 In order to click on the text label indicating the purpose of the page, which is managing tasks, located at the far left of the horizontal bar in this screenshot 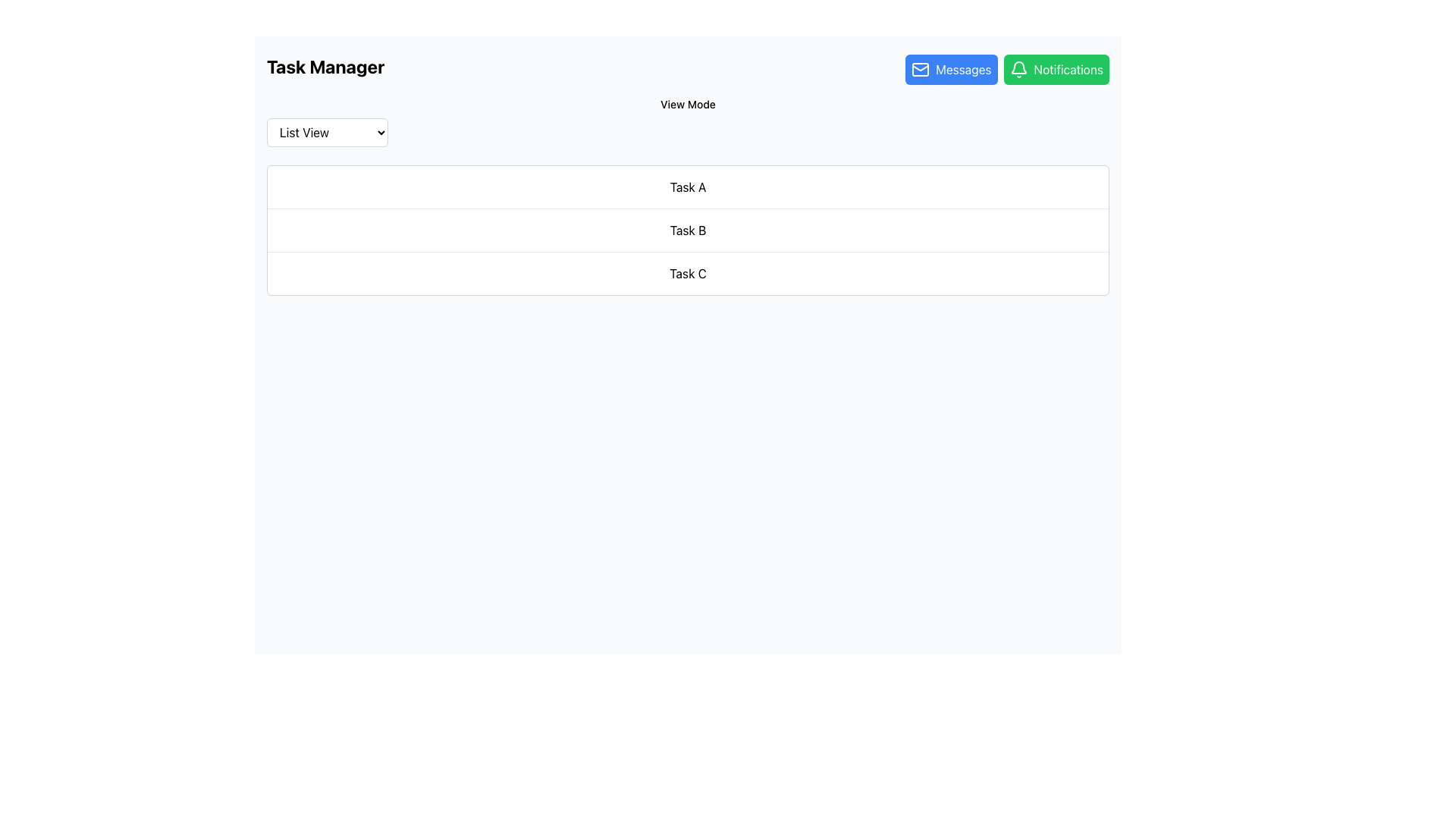, I will do `click(325, 70)`.